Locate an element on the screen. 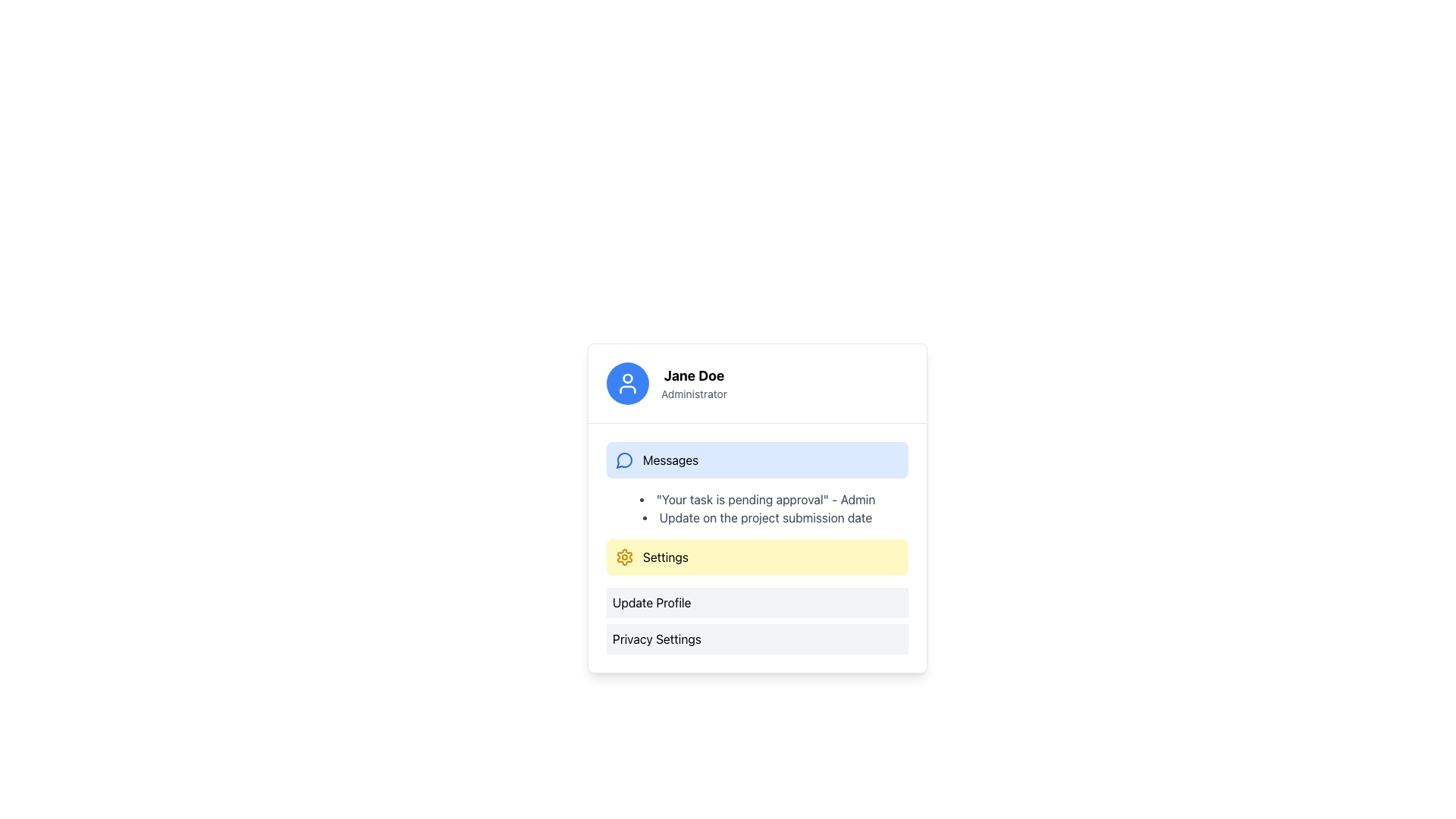  the SVG Circle representing the user's head within the user profile icon adjacent to 'Jane Doe' is located at coordinates (628, 377).